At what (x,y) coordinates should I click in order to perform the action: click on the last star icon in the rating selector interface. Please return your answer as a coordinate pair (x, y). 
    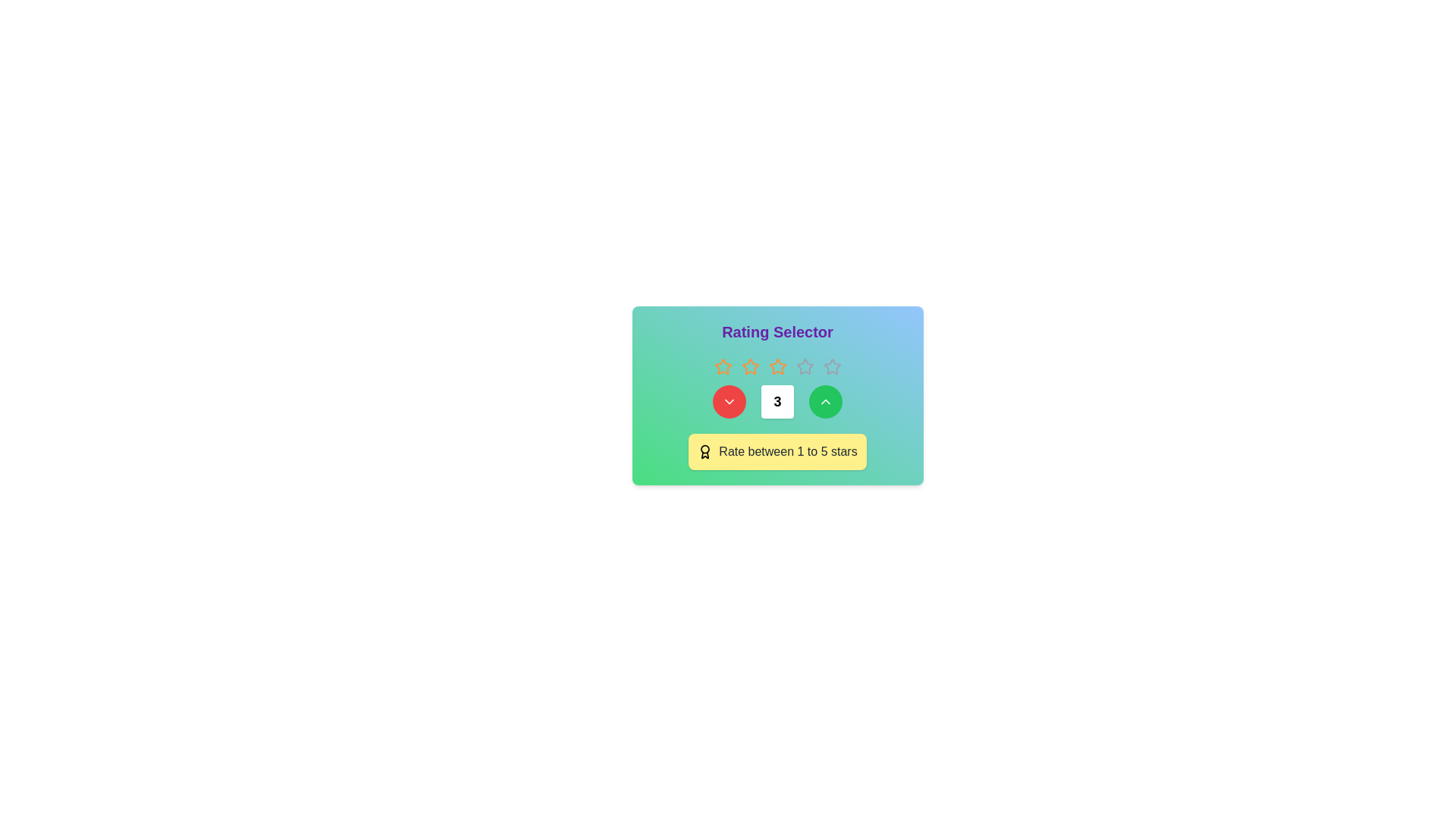
    Looking at the image, I should click on (831, 366).